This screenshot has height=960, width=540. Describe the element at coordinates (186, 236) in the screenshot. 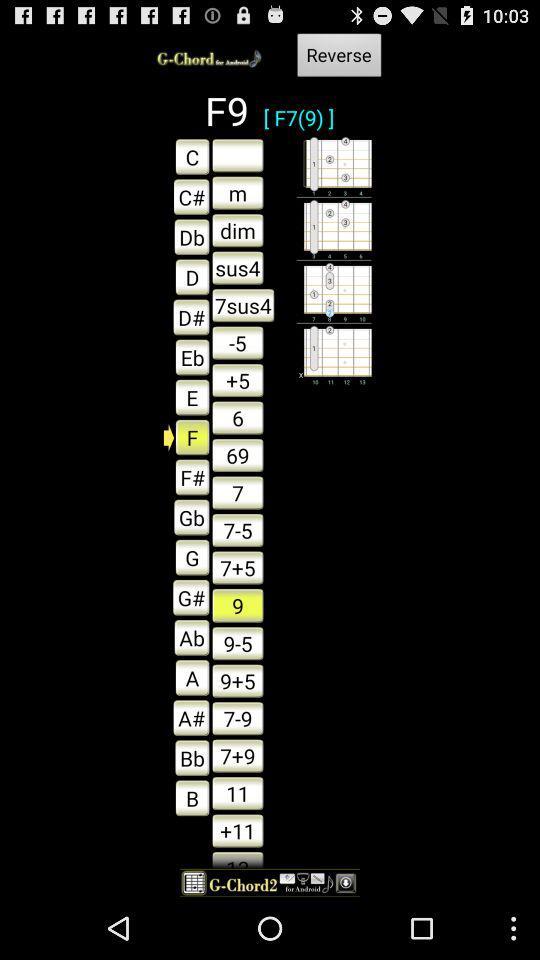

I see `the db` at that location.